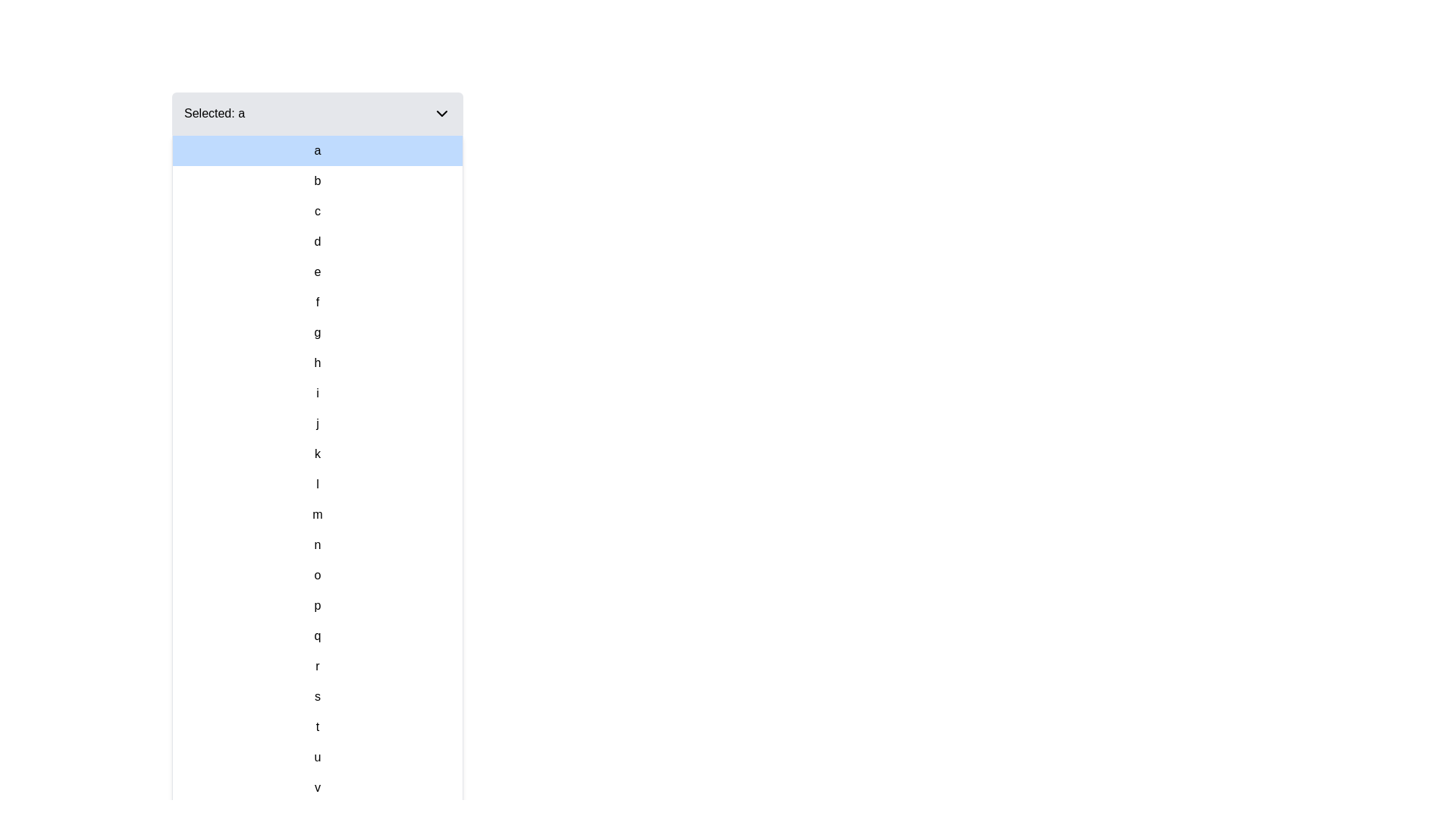  Describe the element at coordinates (316, 758) in the screenshot. I see `the selectable list option representing the letter 'u' in the dropdown menu to trigger a visual effect` at that location.